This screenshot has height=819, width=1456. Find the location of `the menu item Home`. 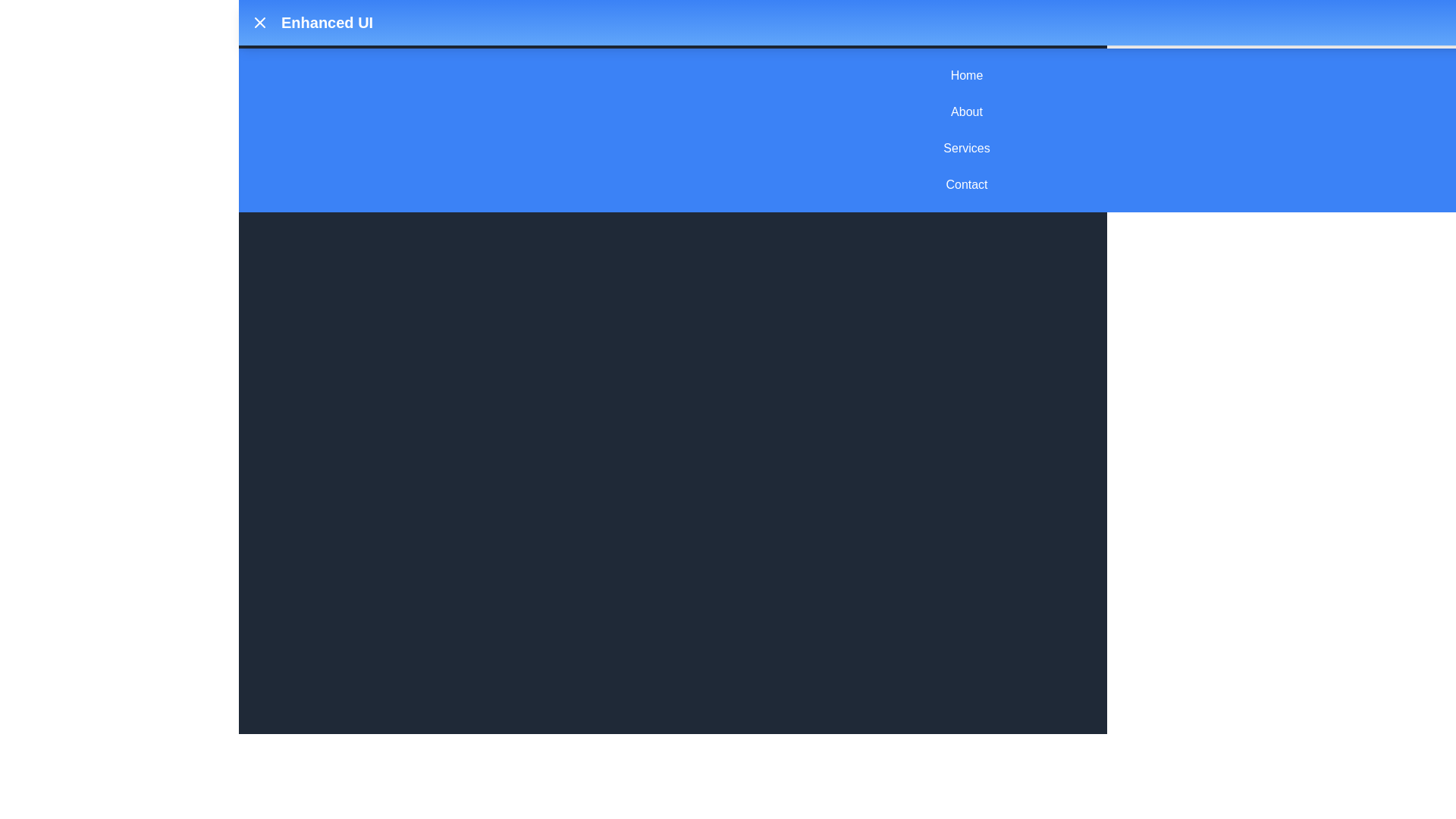

the menu item Home is located at coordinates (966, 76).